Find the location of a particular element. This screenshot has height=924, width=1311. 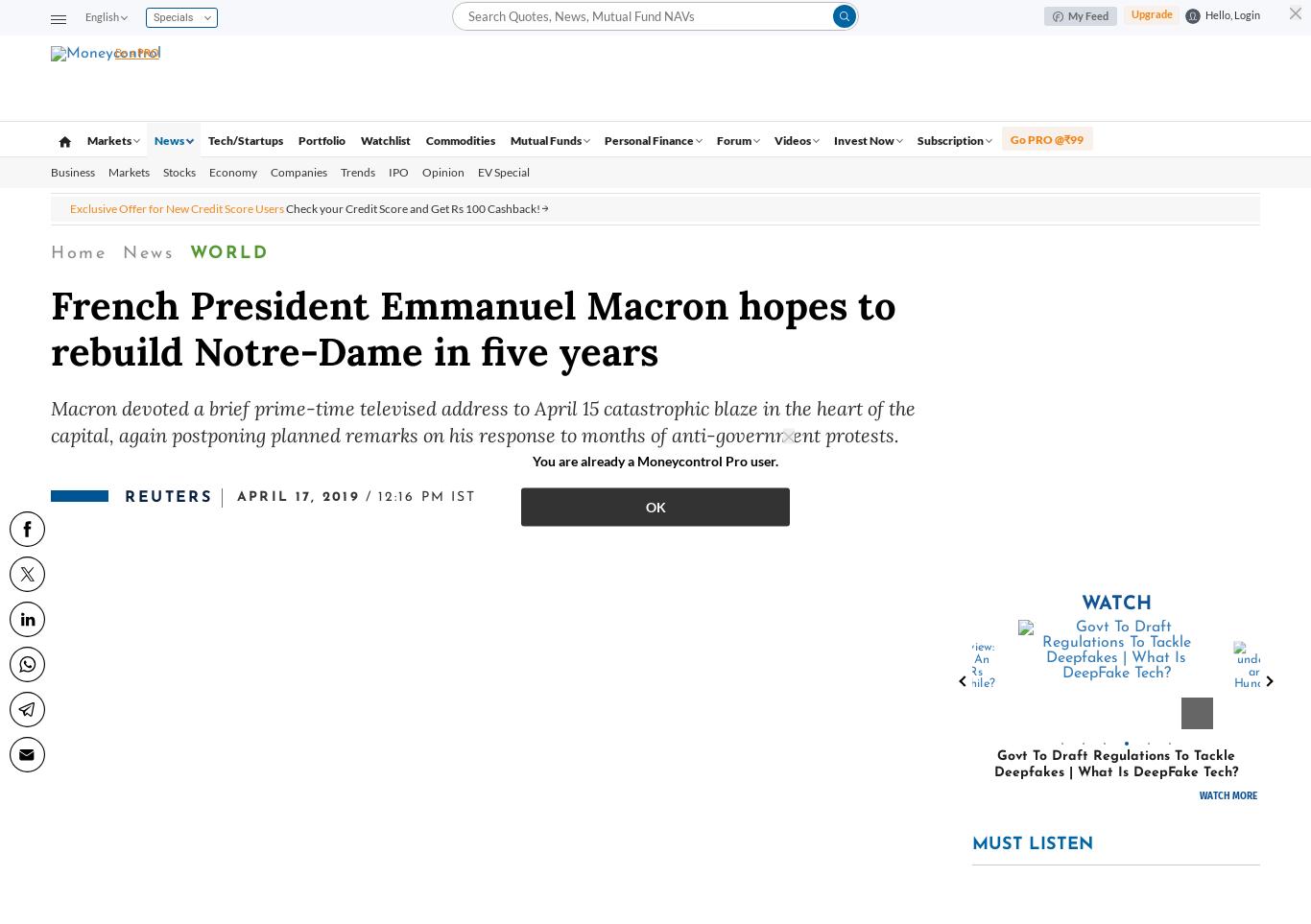

'Hello, Login' is located at coordinates (1231, 13).